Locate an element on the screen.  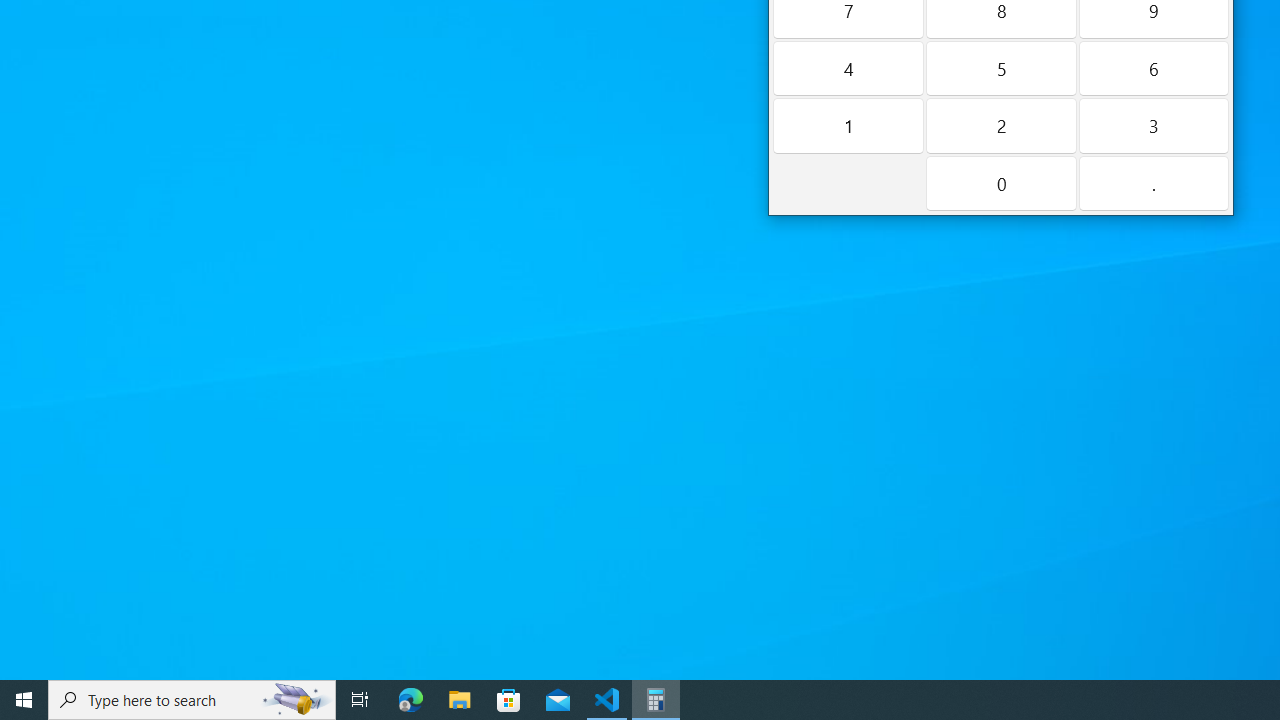
'Six' is located at coordinates (1153, 67).